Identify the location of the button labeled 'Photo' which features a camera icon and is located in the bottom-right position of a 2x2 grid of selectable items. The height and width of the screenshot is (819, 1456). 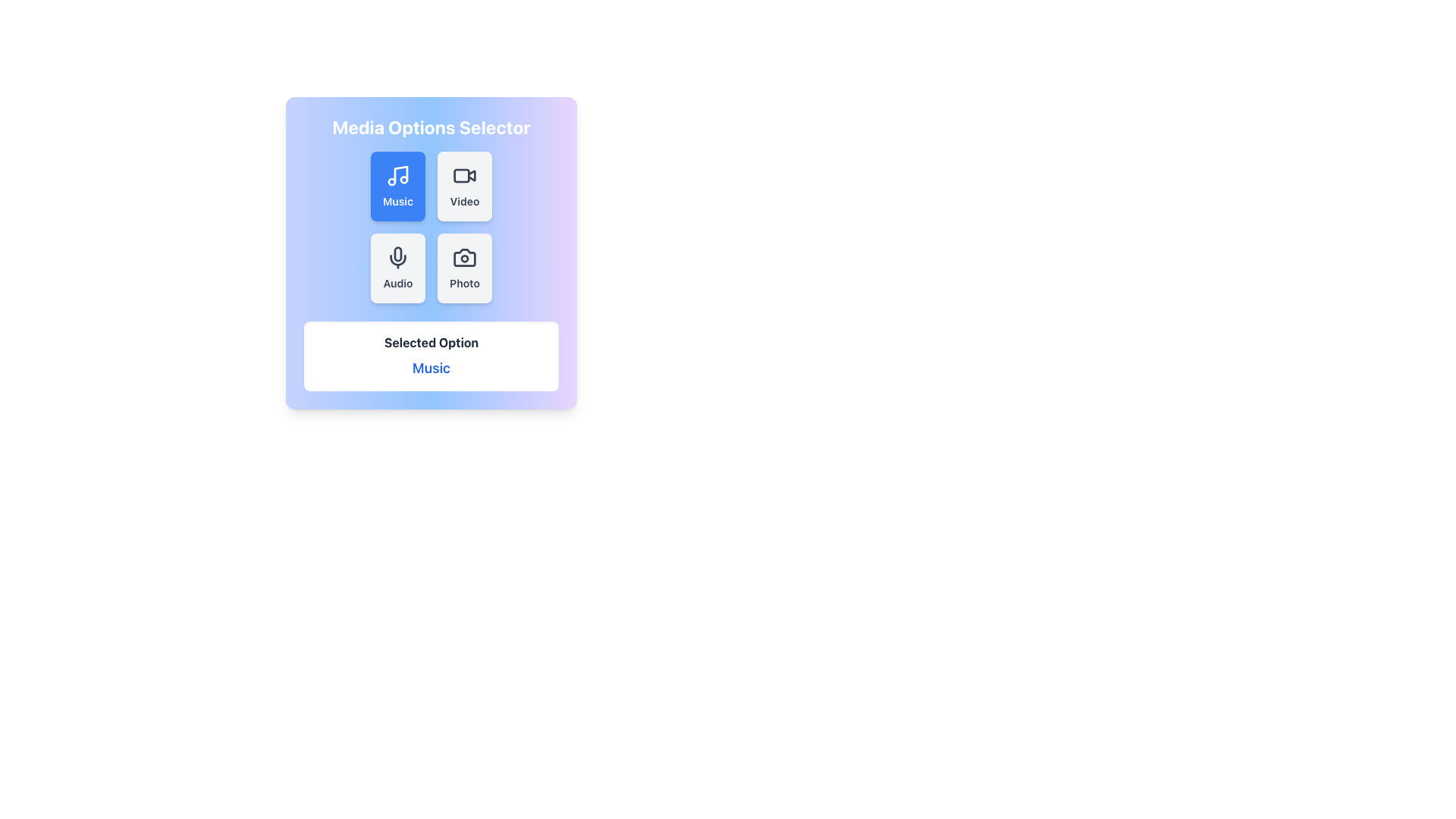
(464, 268).